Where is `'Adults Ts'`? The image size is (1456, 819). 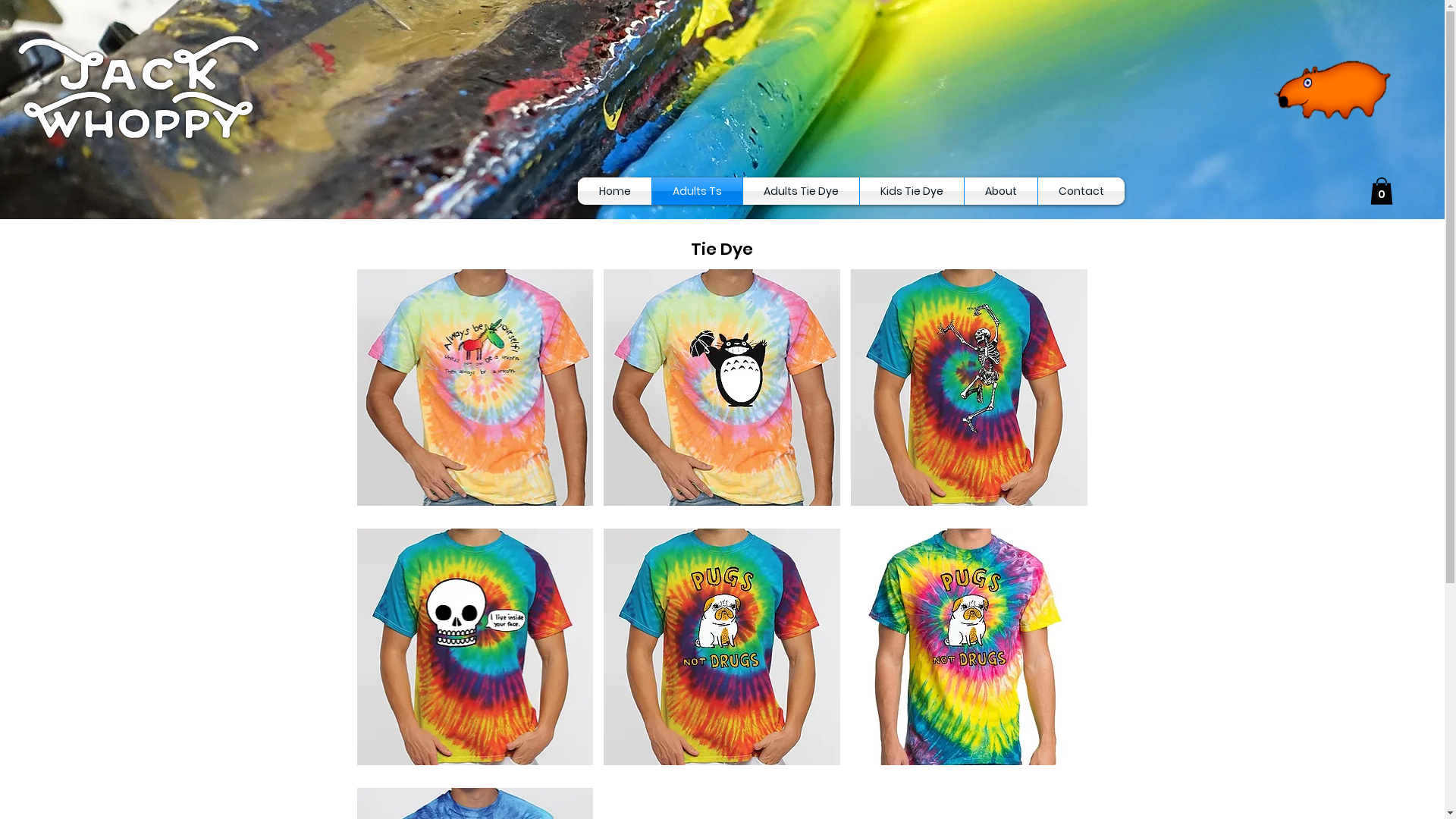
'Adults Ts' is located at coordinates (696, 190).